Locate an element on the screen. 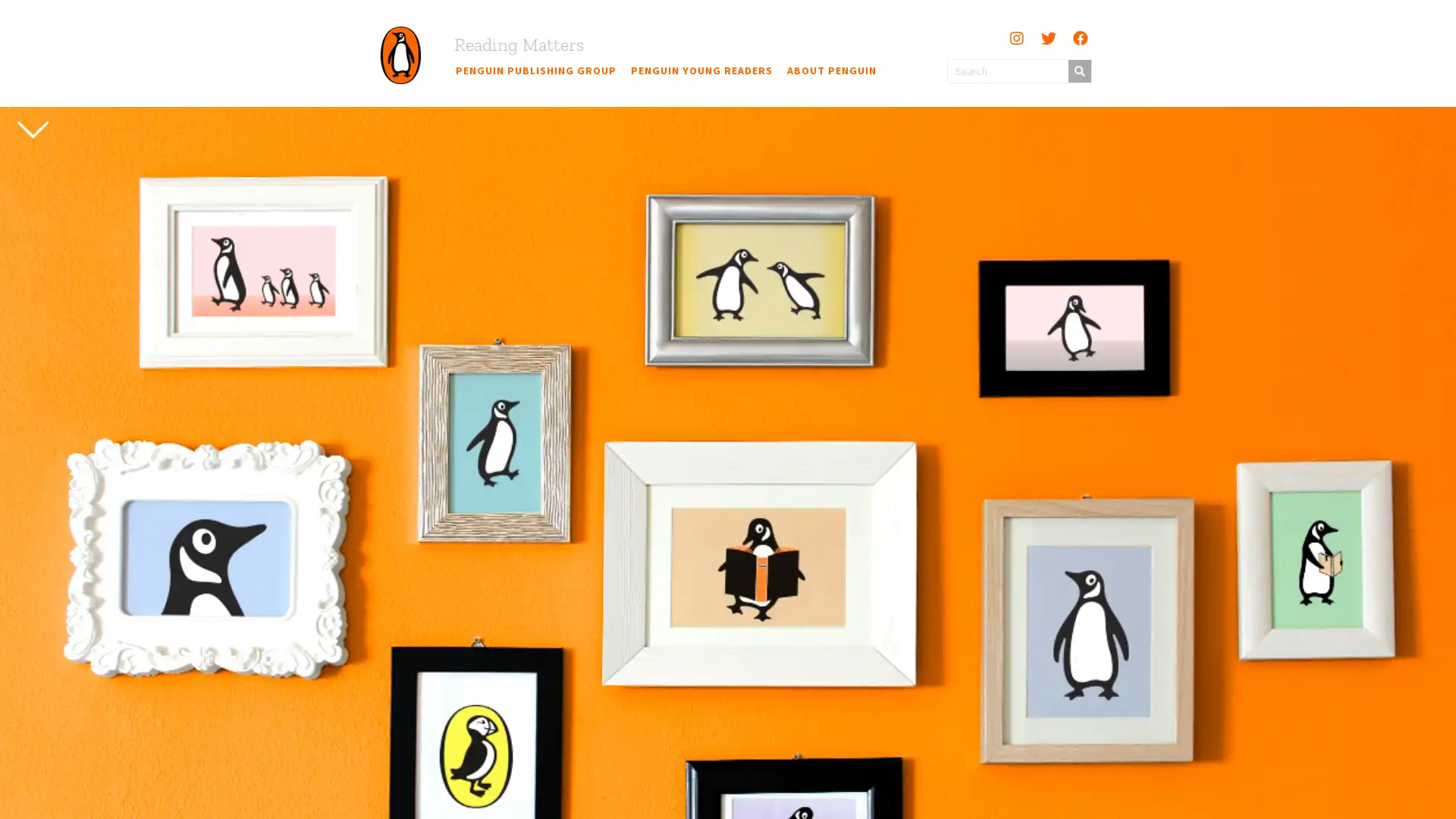  Facebook is located at coordinates (1079, 37).